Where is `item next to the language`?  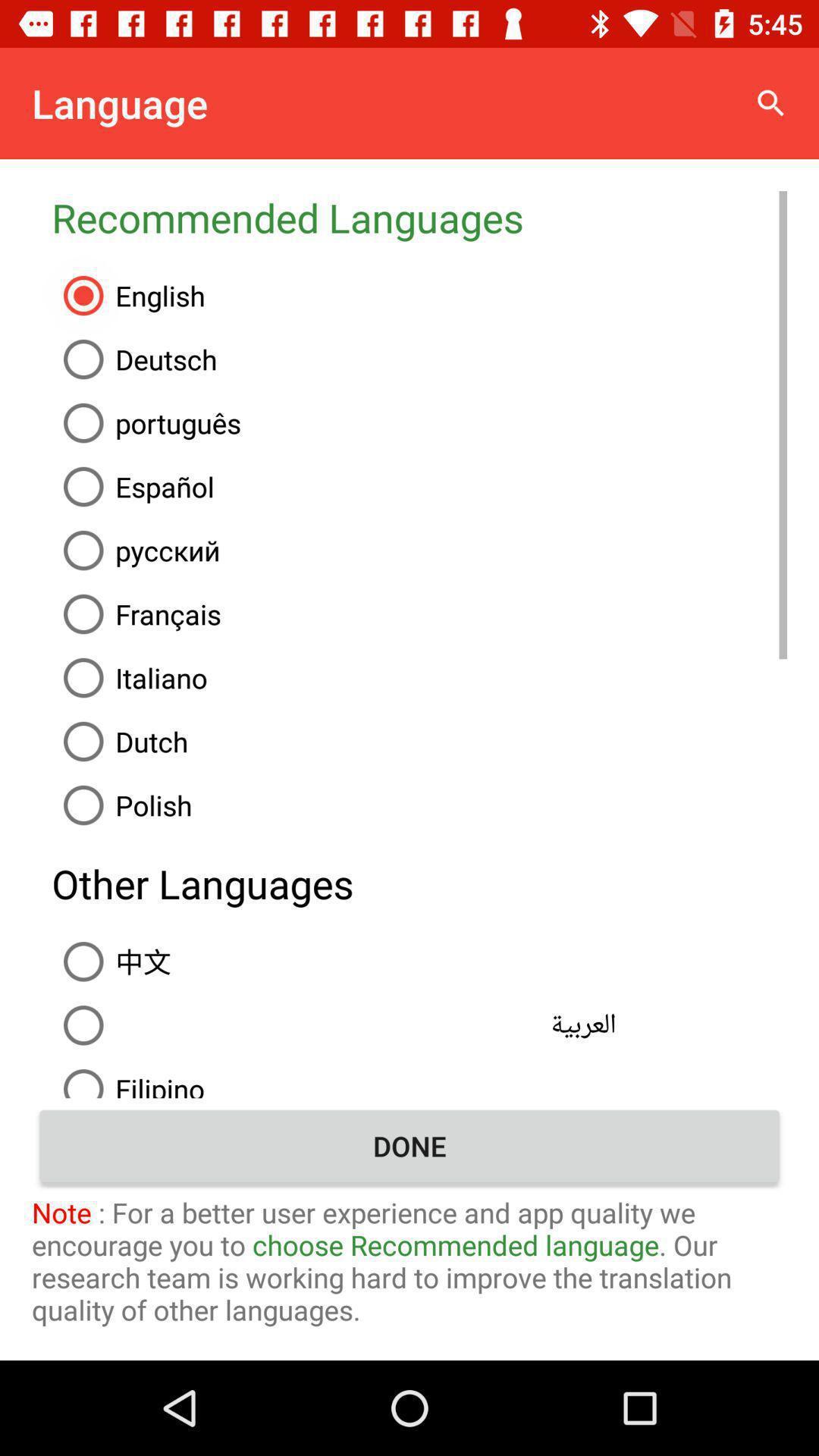
item next to the language is located at coordinates (771, 102).